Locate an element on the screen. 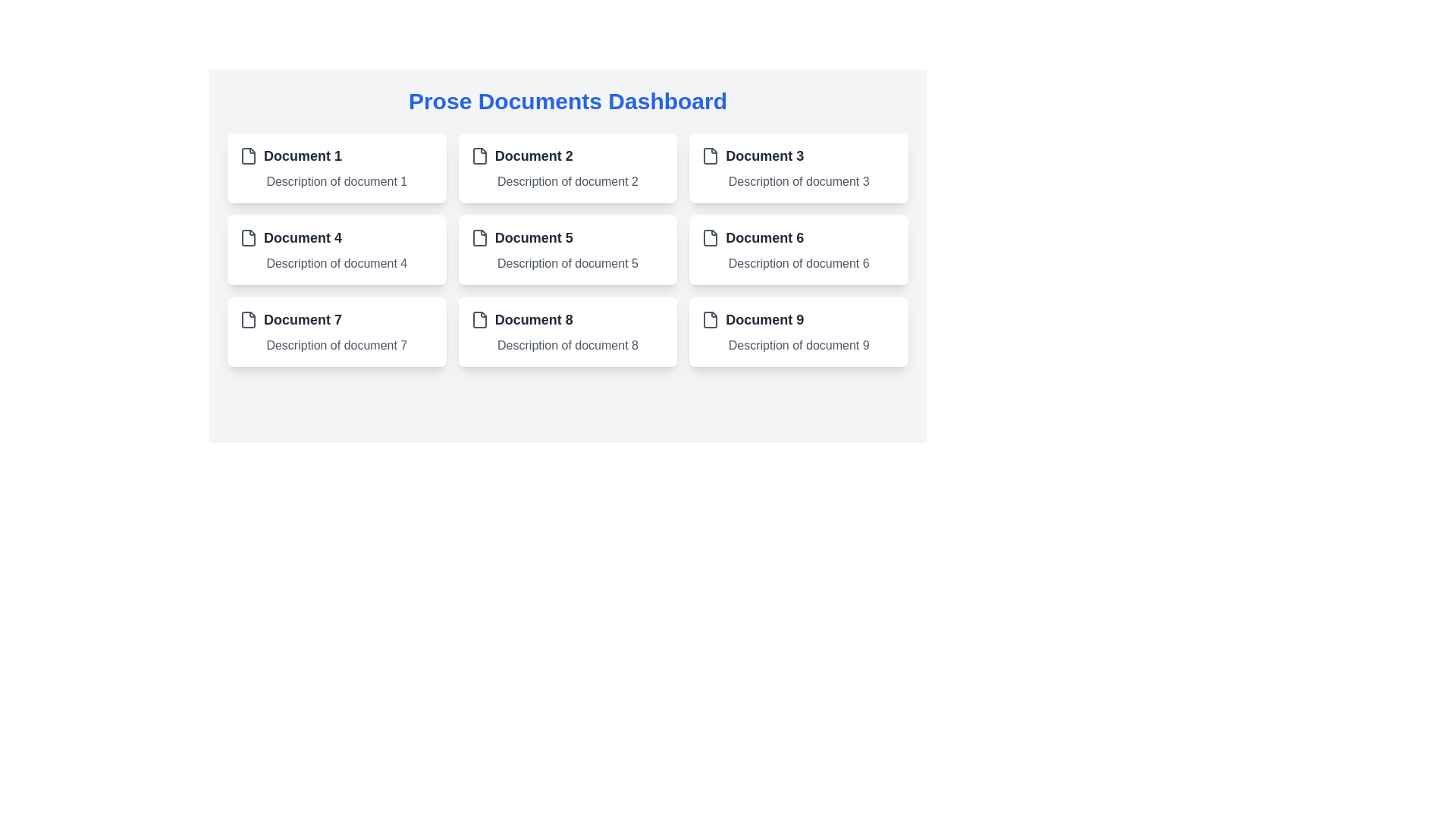  document title displayed as 'Document 7' in bold, located at the top-left corner of the card with an icon resembling a document to its left is located at coordinates (336, 318).